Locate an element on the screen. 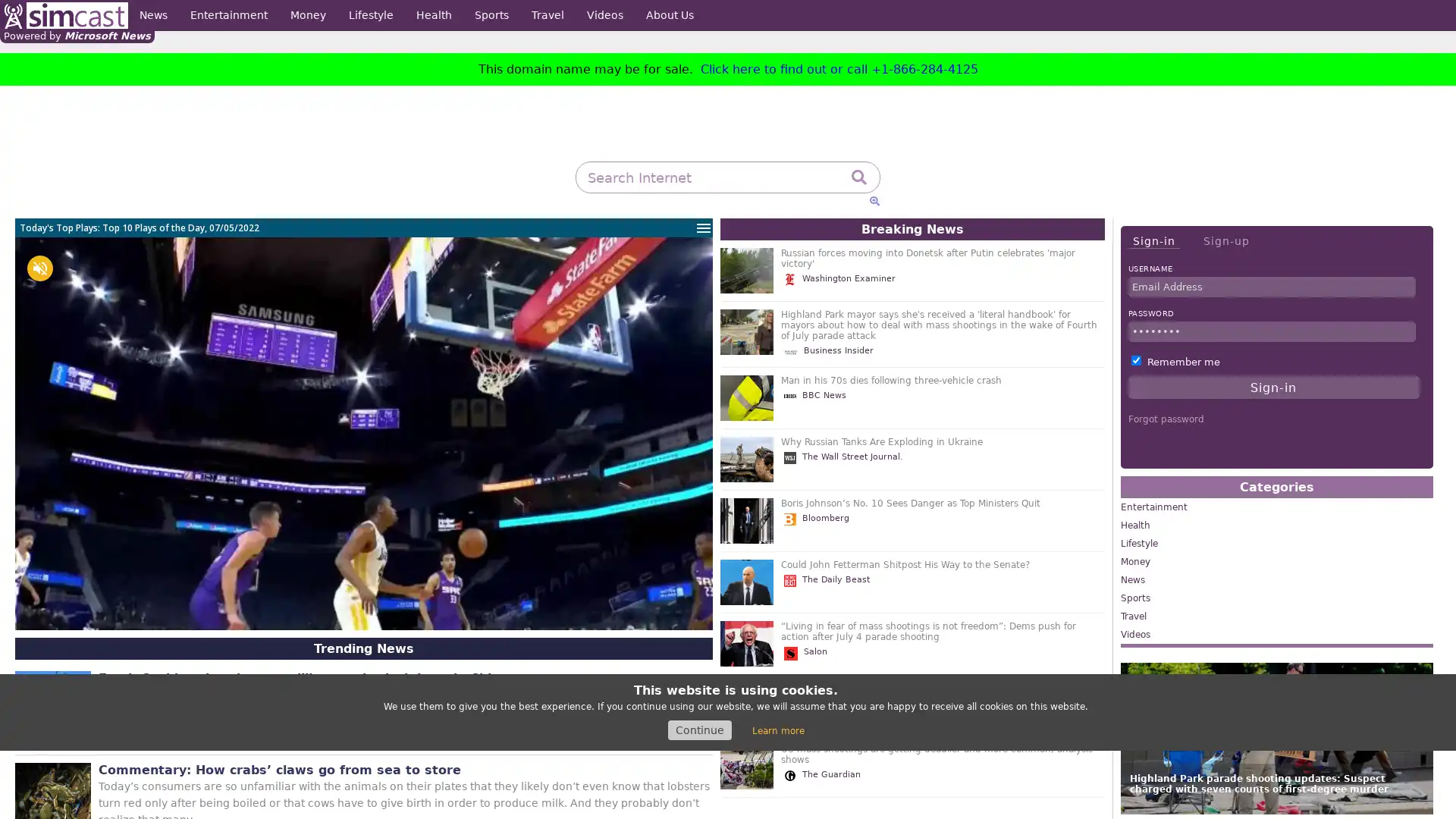  Sign-up is located at coordinates (1225, 240).